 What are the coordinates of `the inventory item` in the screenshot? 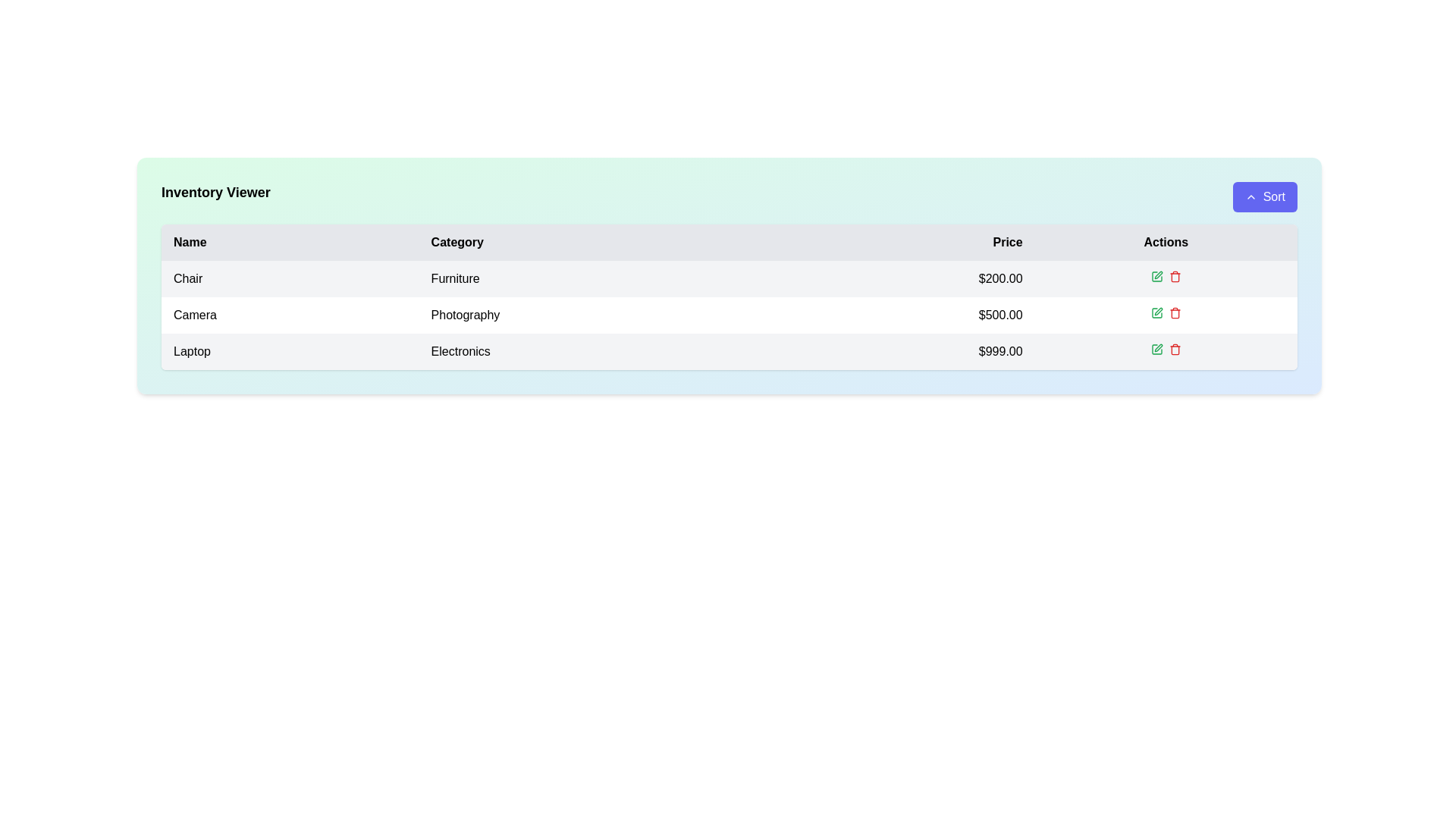 It's located at (290, 351).